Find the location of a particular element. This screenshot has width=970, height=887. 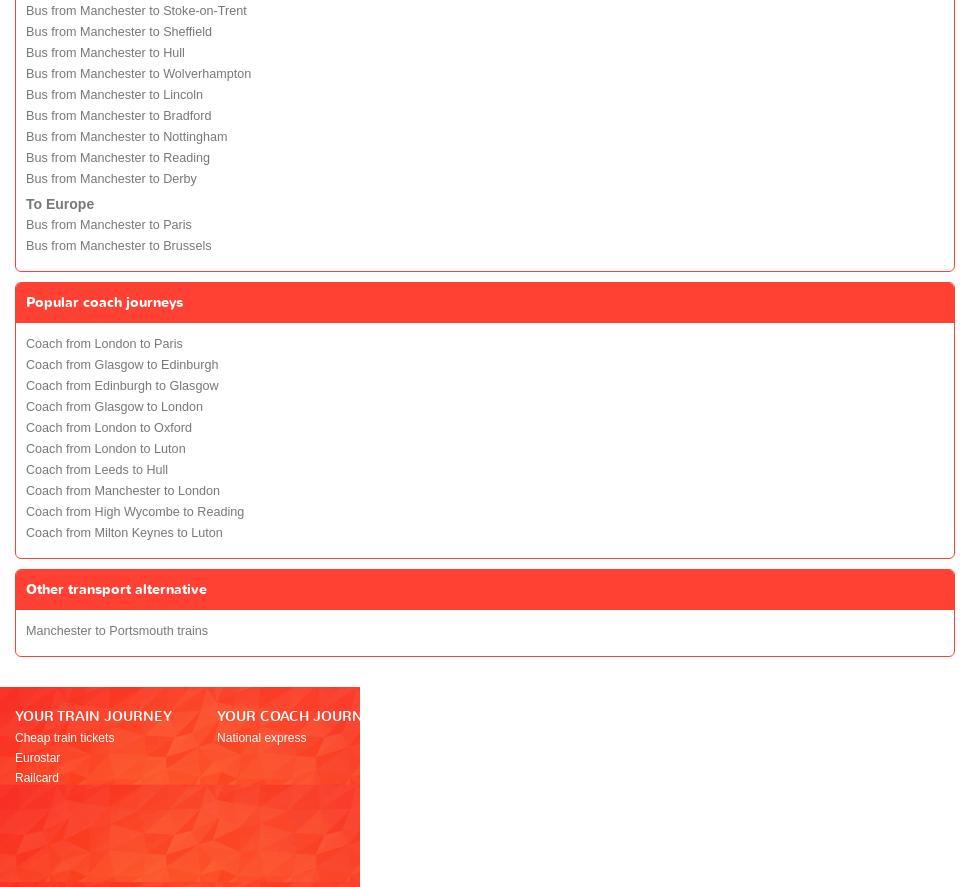

'Privacy Policy' is located at coordinates (620, 856).